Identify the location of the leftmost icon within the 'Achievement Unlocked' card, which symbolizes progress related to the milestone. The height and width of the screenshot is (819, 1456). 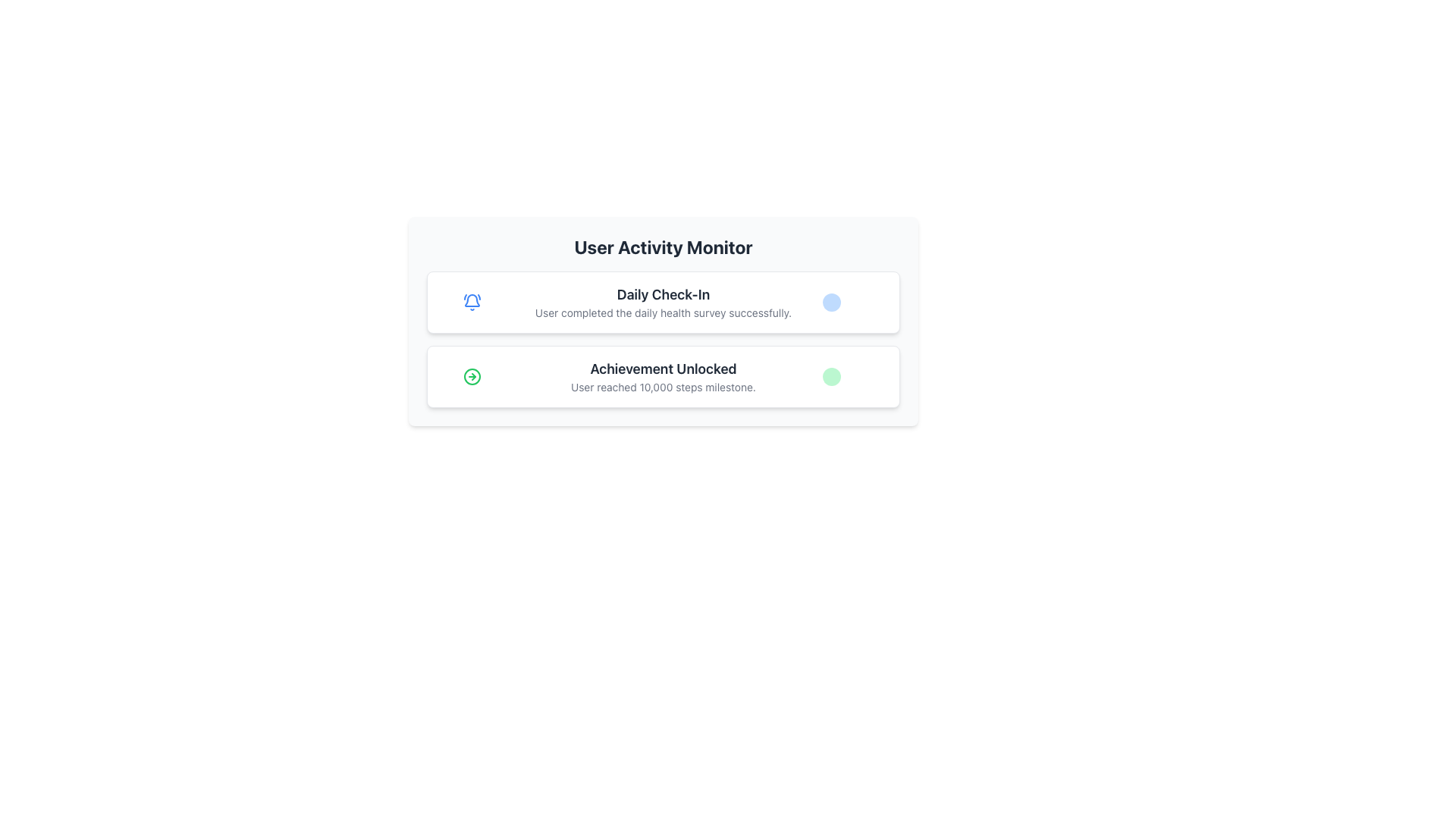
(471, 376).